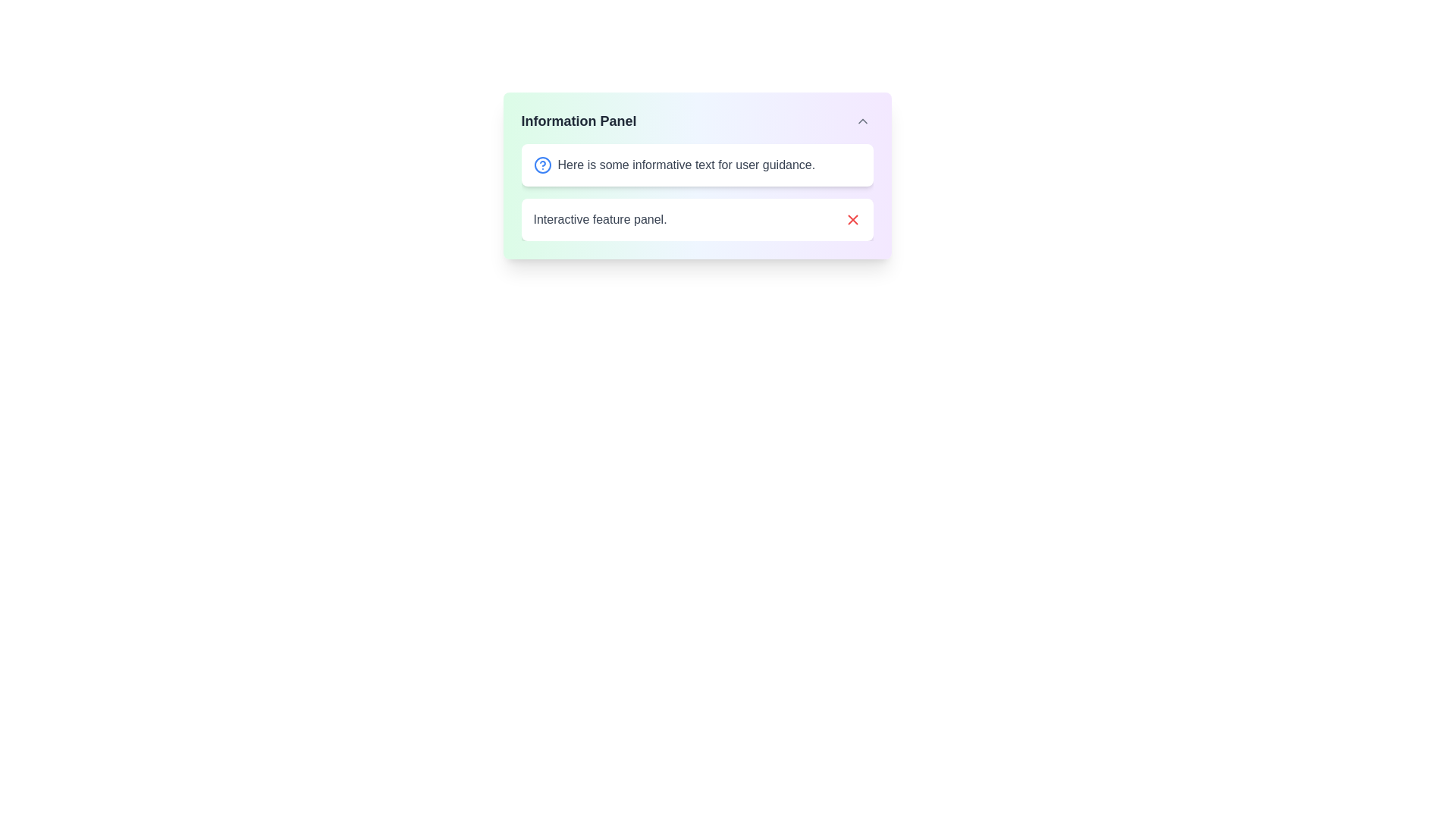 The image size is (1456, 819). I want to click on the static text displaying 'Here is some informative text for user guidance.' which is styled in gray font and located in a white rounded rectangle box, so click(686, 165).